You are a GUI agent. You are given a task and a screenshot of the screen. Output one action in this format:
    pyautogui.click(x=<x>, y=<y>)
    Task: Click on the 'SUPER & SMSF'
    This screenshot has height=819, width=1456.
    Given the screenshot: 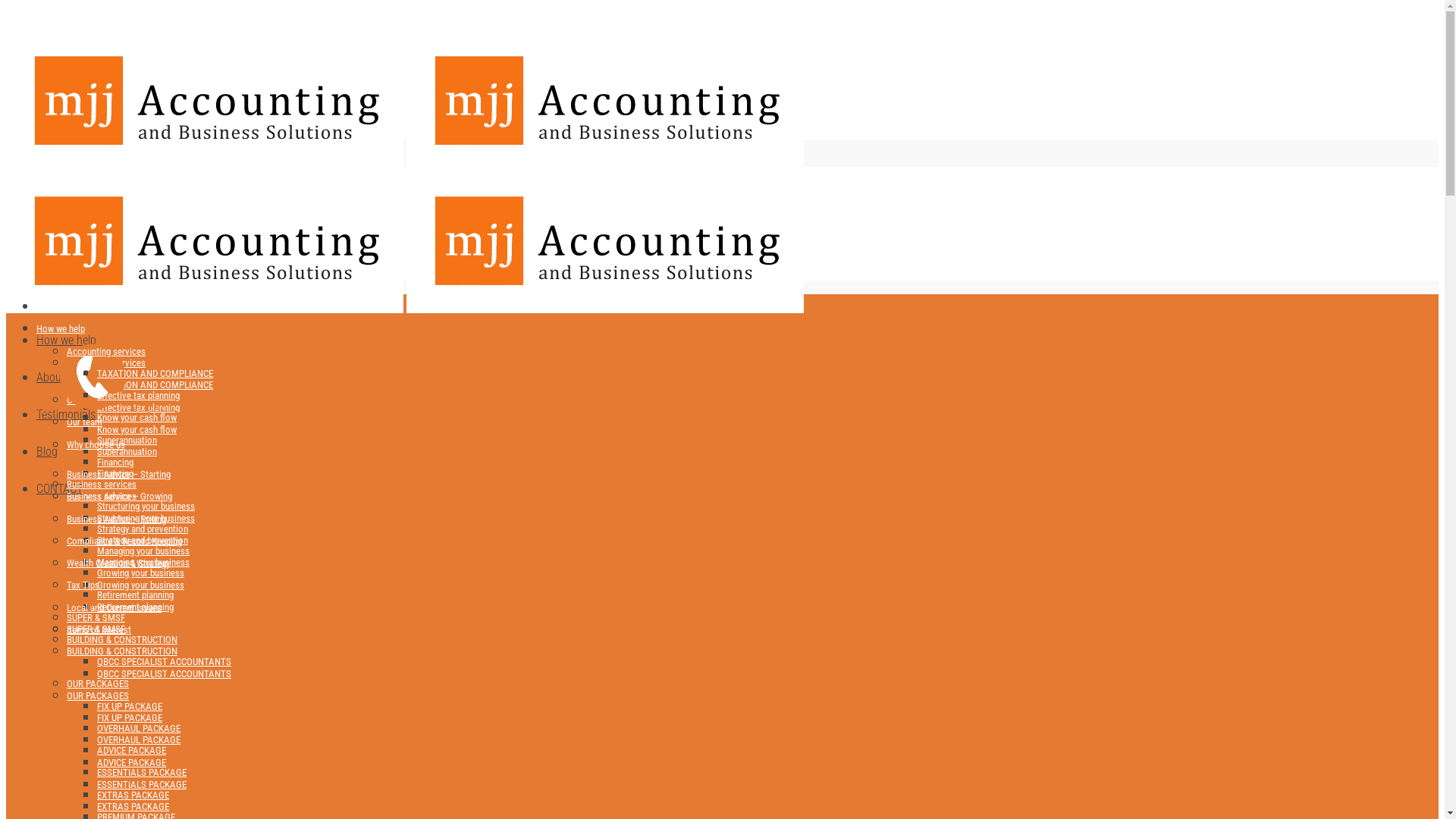 What is the action you would take?
    pyautogui.click(x=95, y=617)
    